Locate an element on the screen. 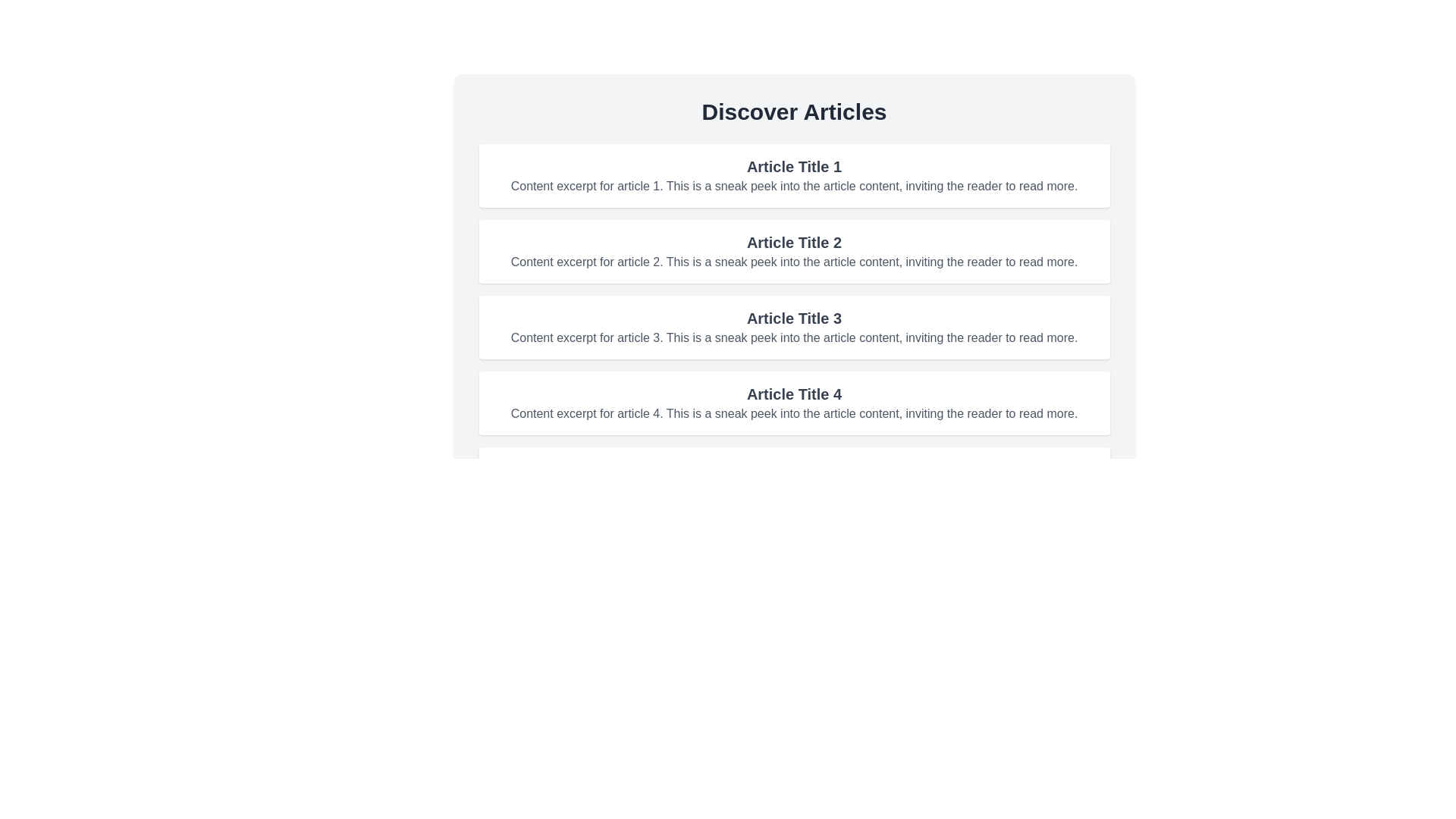 Image resolution: width=1456 pixels, height=819 pixels. the header text element labeled 'Article Title 4', which identifies the associated content in the fourth group of article previews is located at coordinates (793, 394).